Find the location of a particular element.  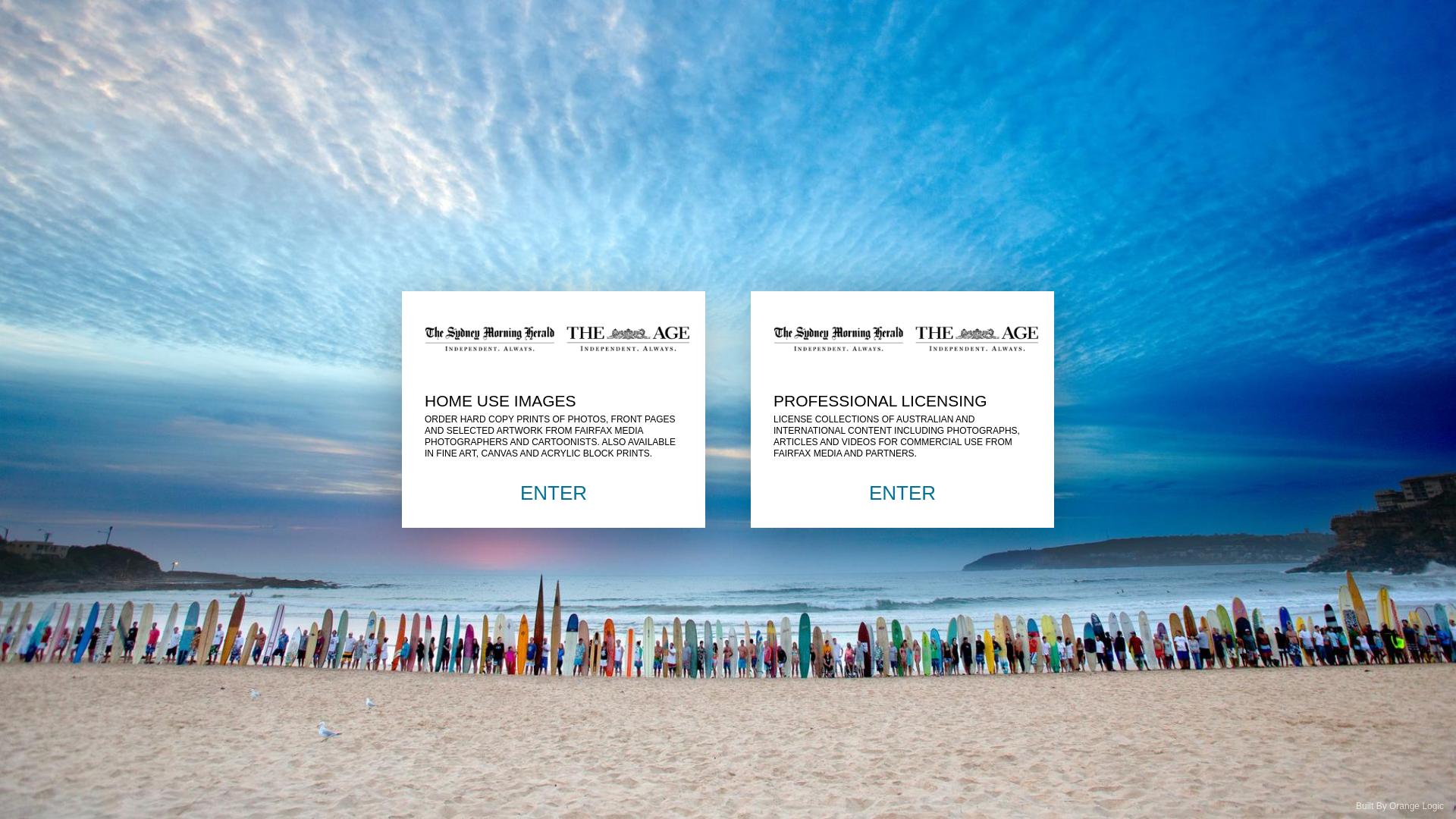

'ENTER' is located at coordinates (902, 493).